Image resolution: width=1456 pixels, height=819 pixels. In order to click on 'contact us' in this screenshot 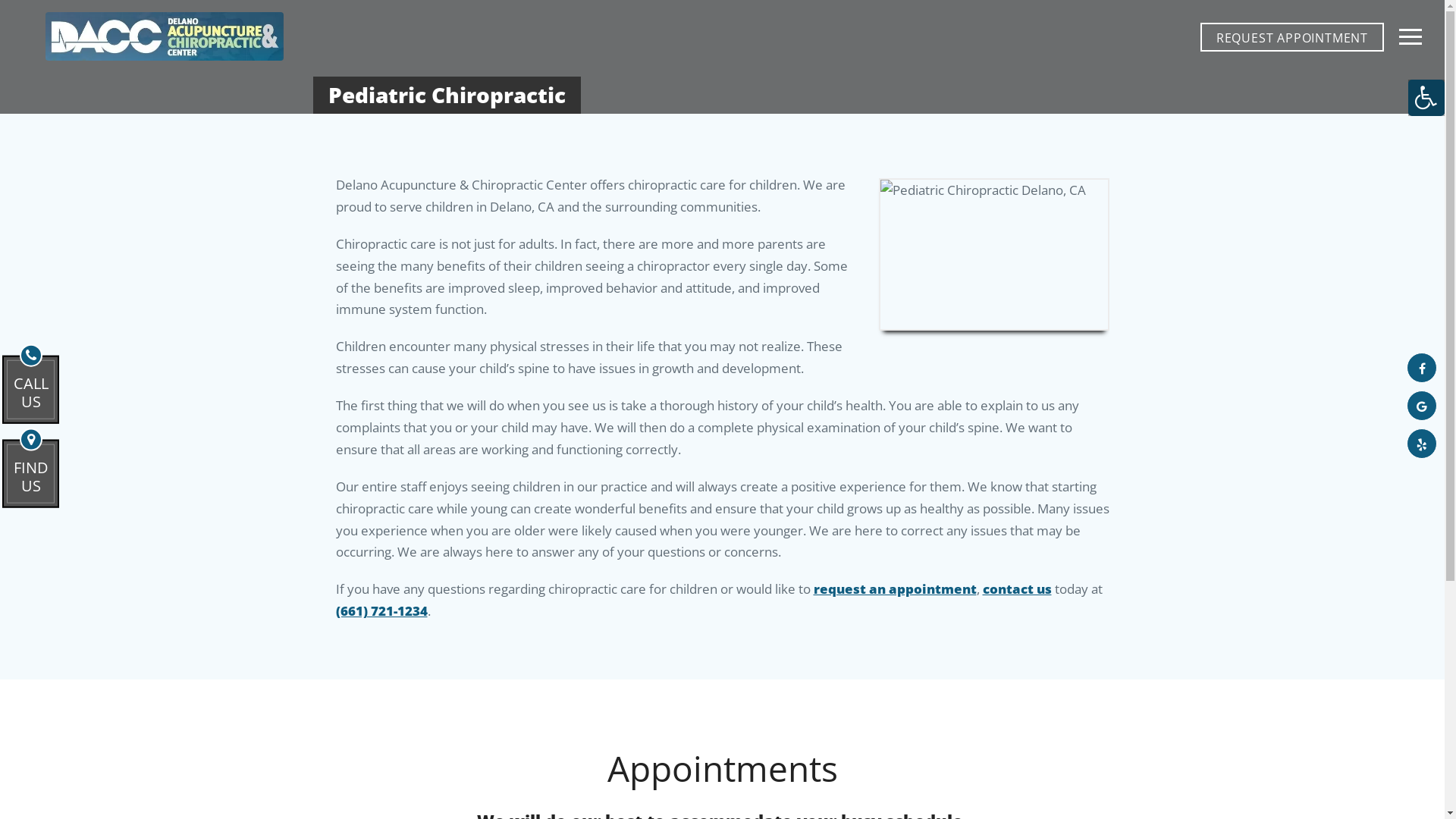, I will do `click(1017, 588)`.